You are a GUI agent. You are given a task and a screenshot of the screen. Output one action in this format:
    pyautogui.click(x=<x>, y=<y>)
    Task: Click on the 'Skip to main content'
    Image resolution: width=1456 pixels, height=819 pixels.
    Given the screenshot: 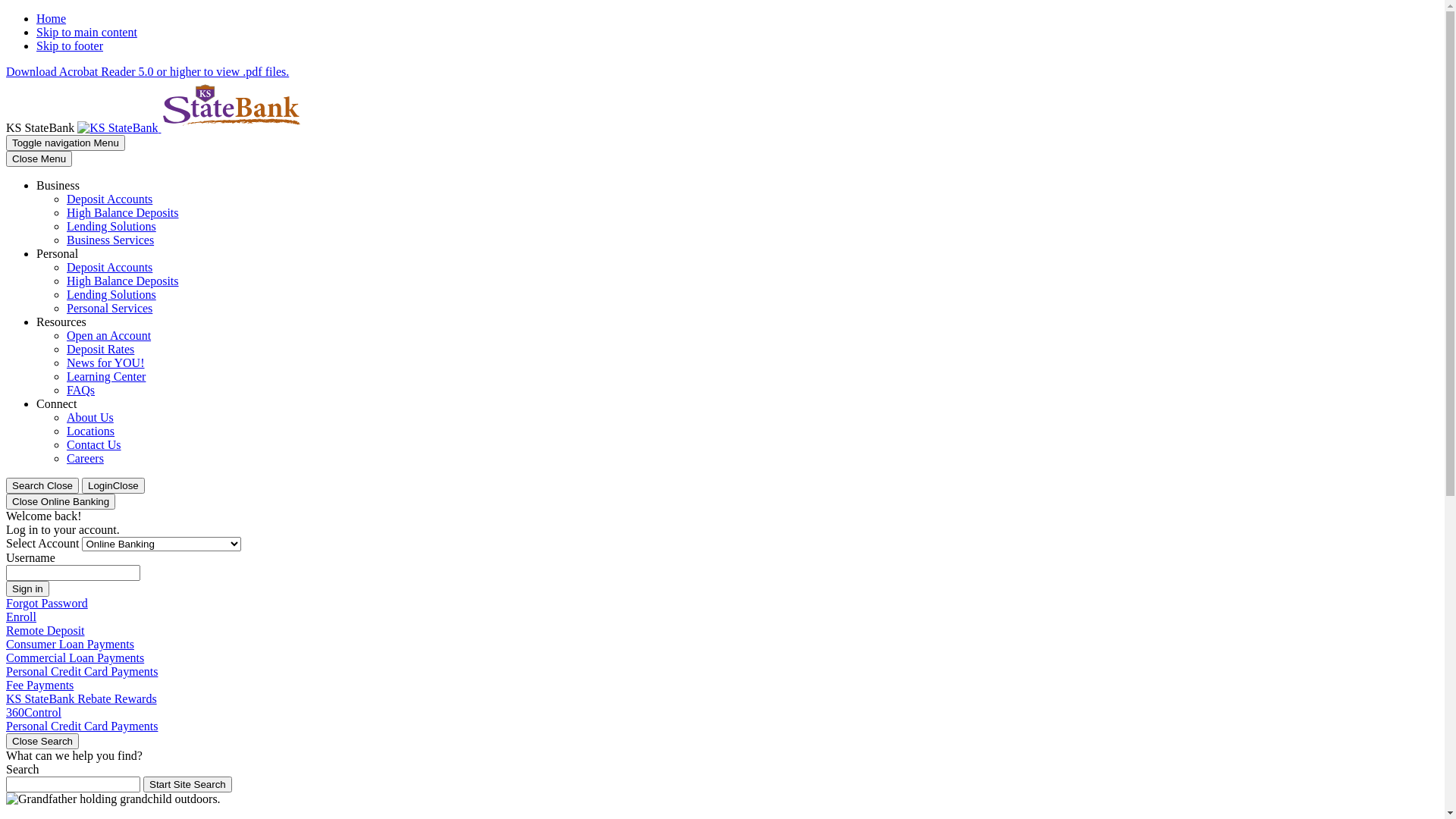 What is the action you would take?
    pyautogui.click(x=86, y=32)
    